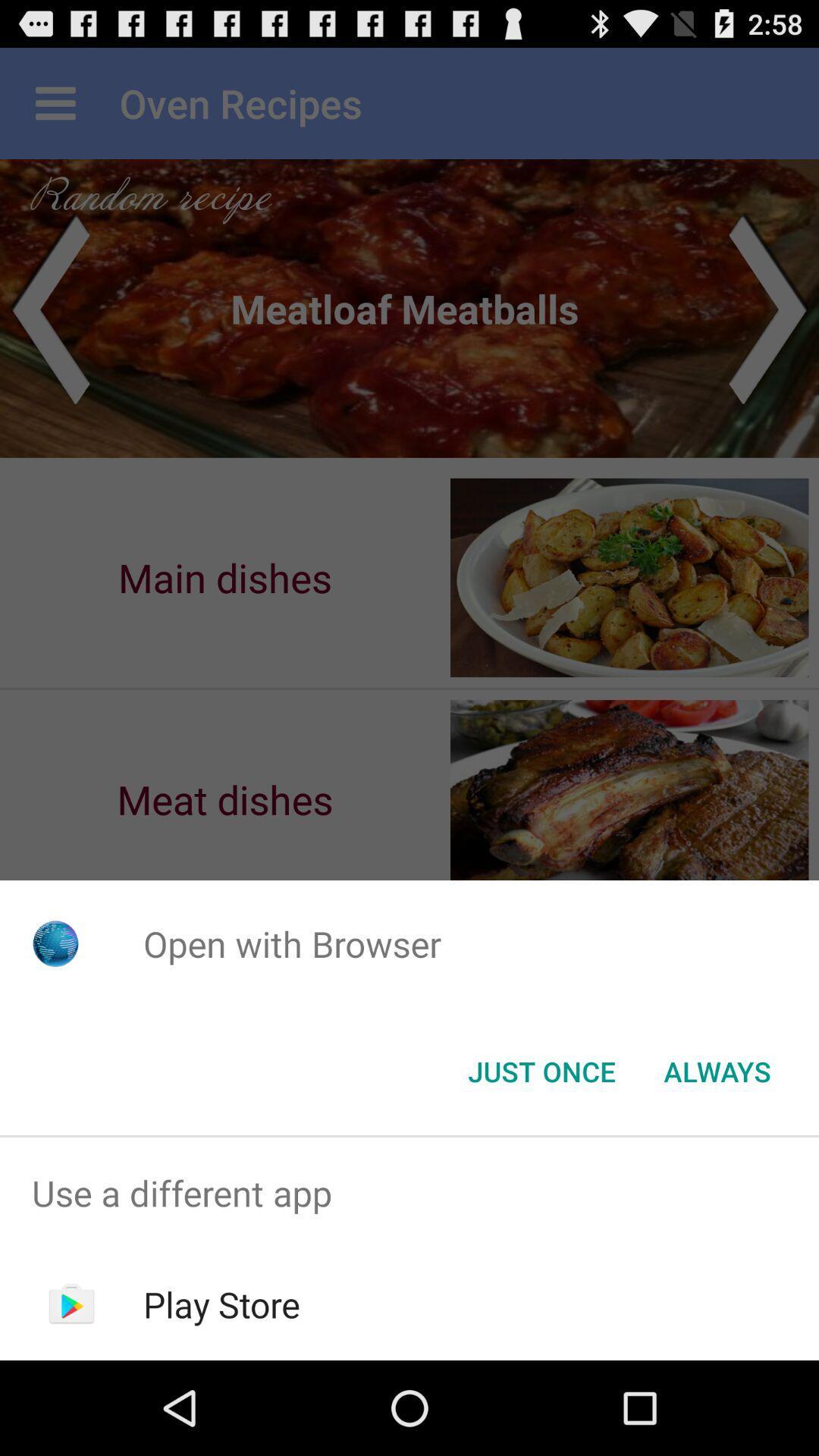 This screenshot has height=1456, width=819. What do you see at coordinates (541, 1070) in the screenshot?
I see `the item next to always` at bounding box center [541, 1070].